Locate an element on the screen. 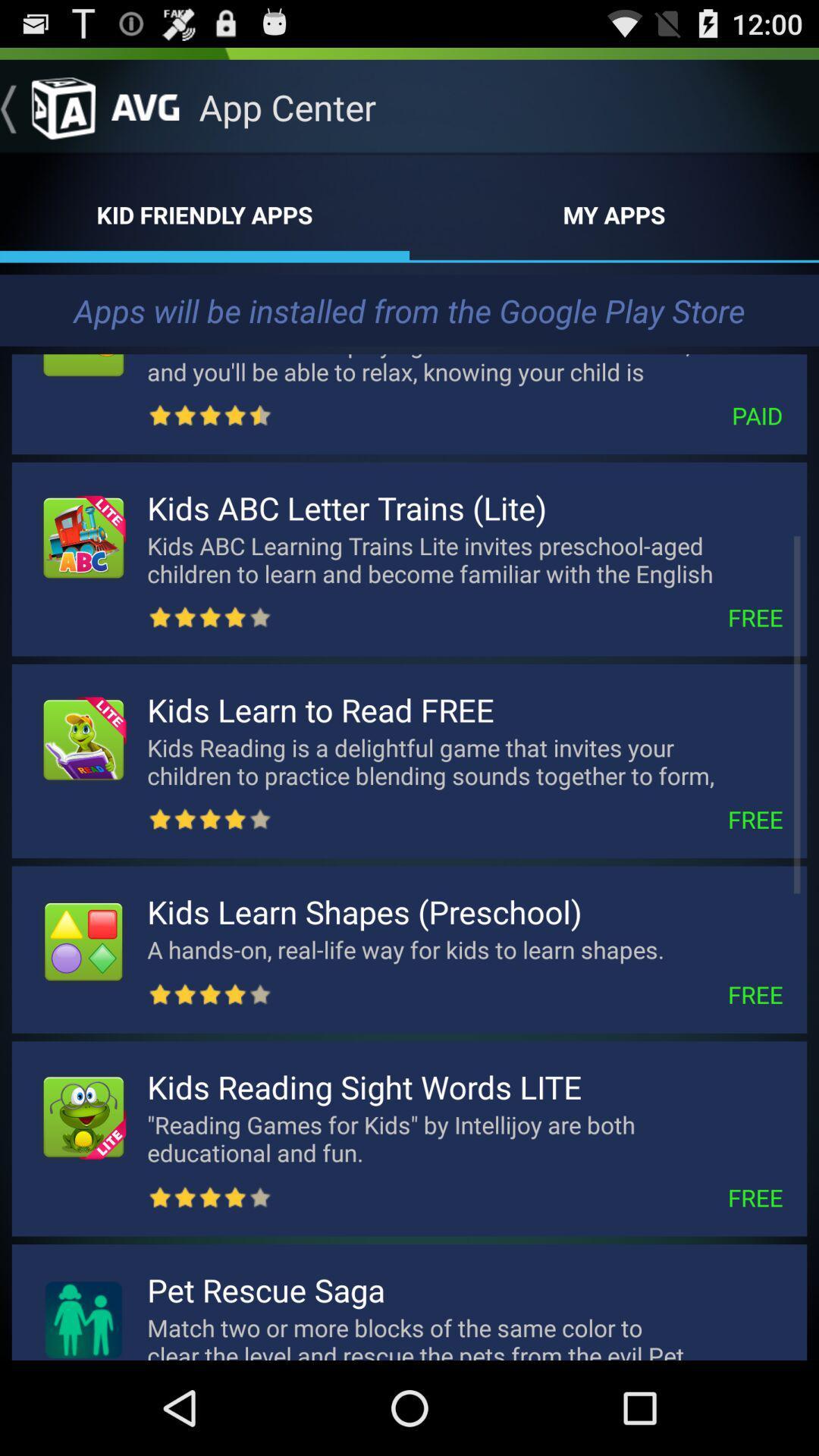 The width and height of the screenshot is (819, 1456). the icon below kids learn shapes is located at coordinates (438, 949).